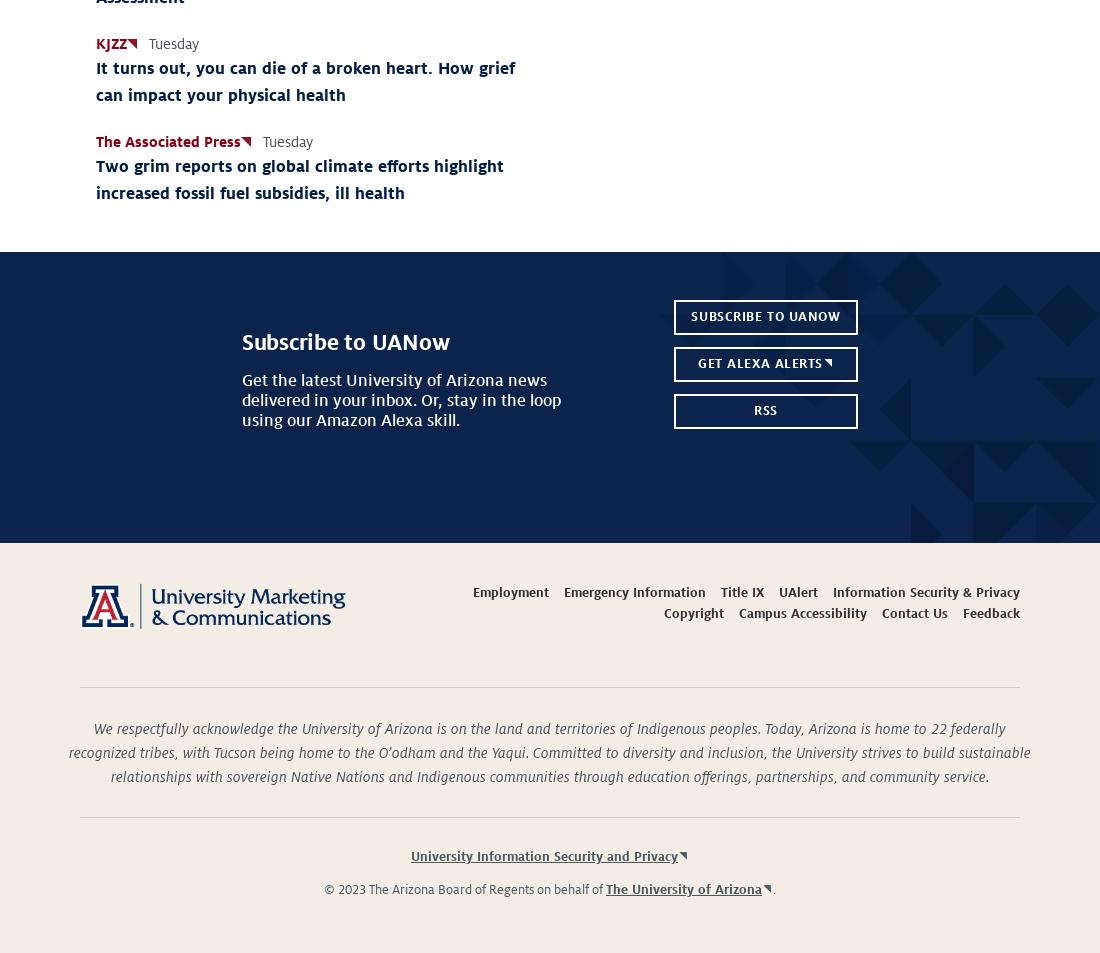 This screenshot has height=953, width=1100. What do you see at coordinates (736, 612) in the screenshot?
I see `'Campus Accessibility'` at bounding box center [736, 612].